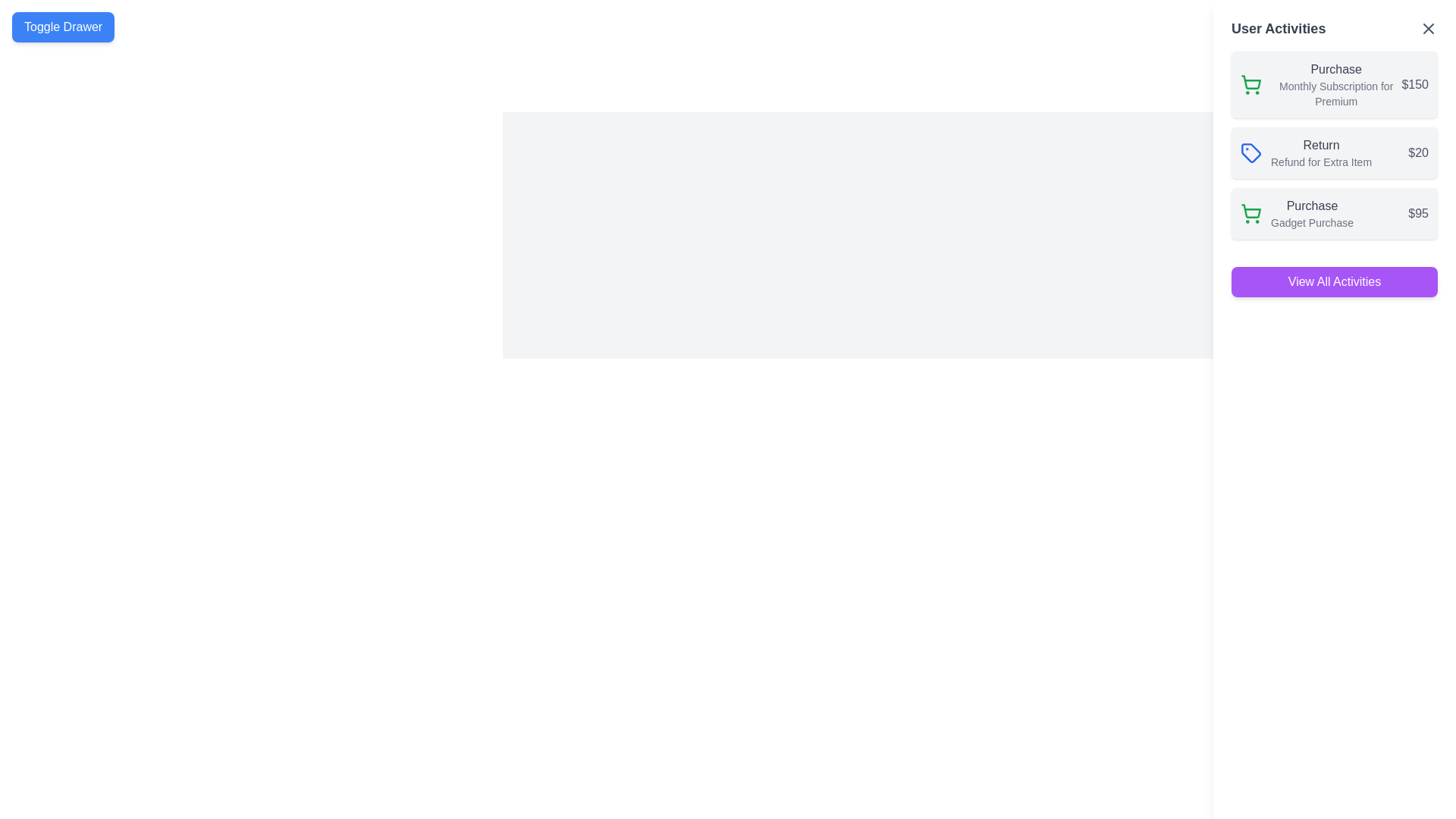 This screenshot has height=819, width=1456. What do you see at coordinates (1311, 213) in the screenshot?
I see `the Text label element that displays 'Purchase' and 'Gadget Purchase' located in the third block of the 'User Activities' sidebar, positioned between 'Return' and 'View All Activities'` at bounding box center [1311, 213].